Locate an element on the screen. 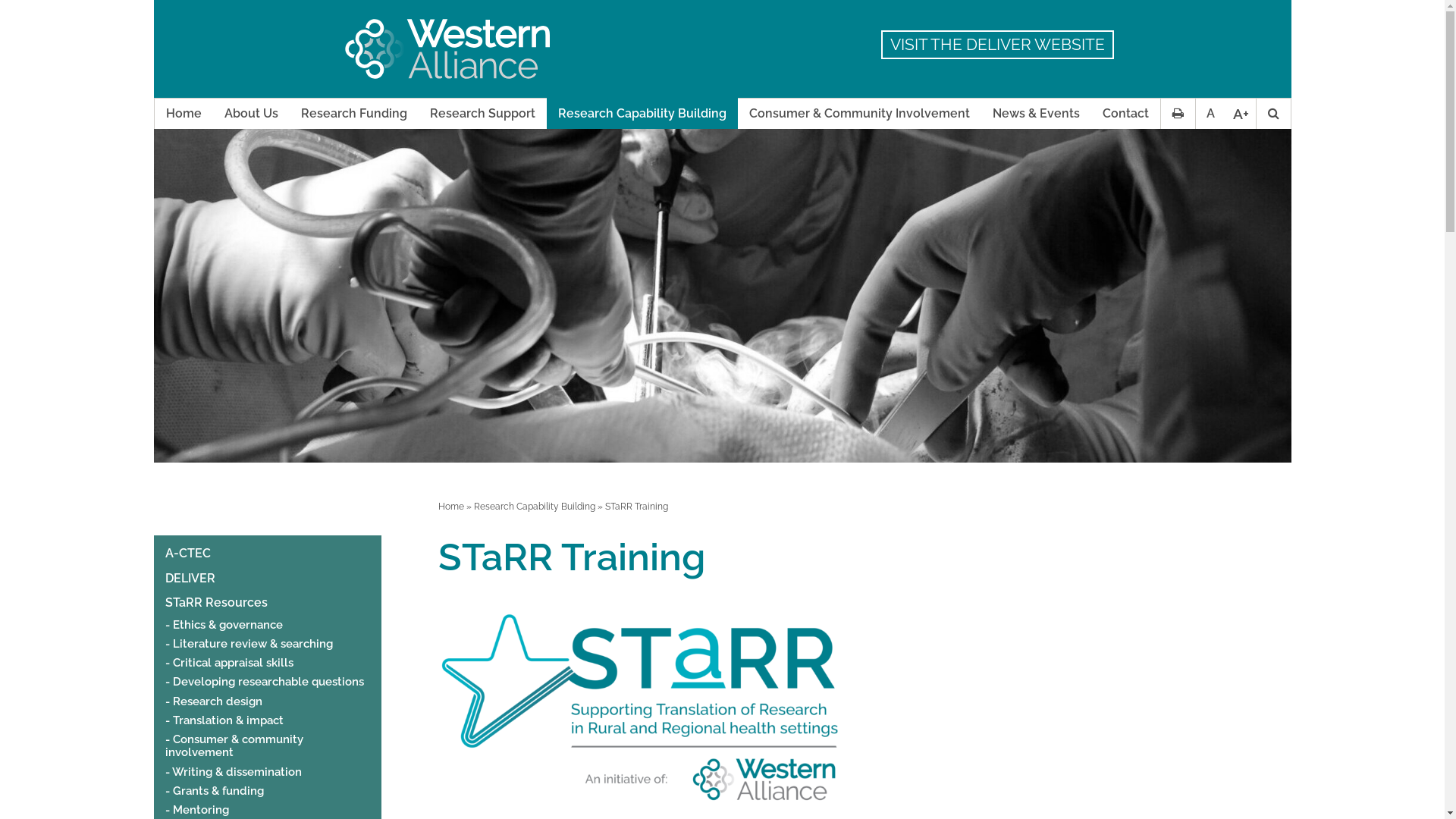 This screenshot has width=1456, height=819. 'DELIVER' is located at coordinates (189, 579).